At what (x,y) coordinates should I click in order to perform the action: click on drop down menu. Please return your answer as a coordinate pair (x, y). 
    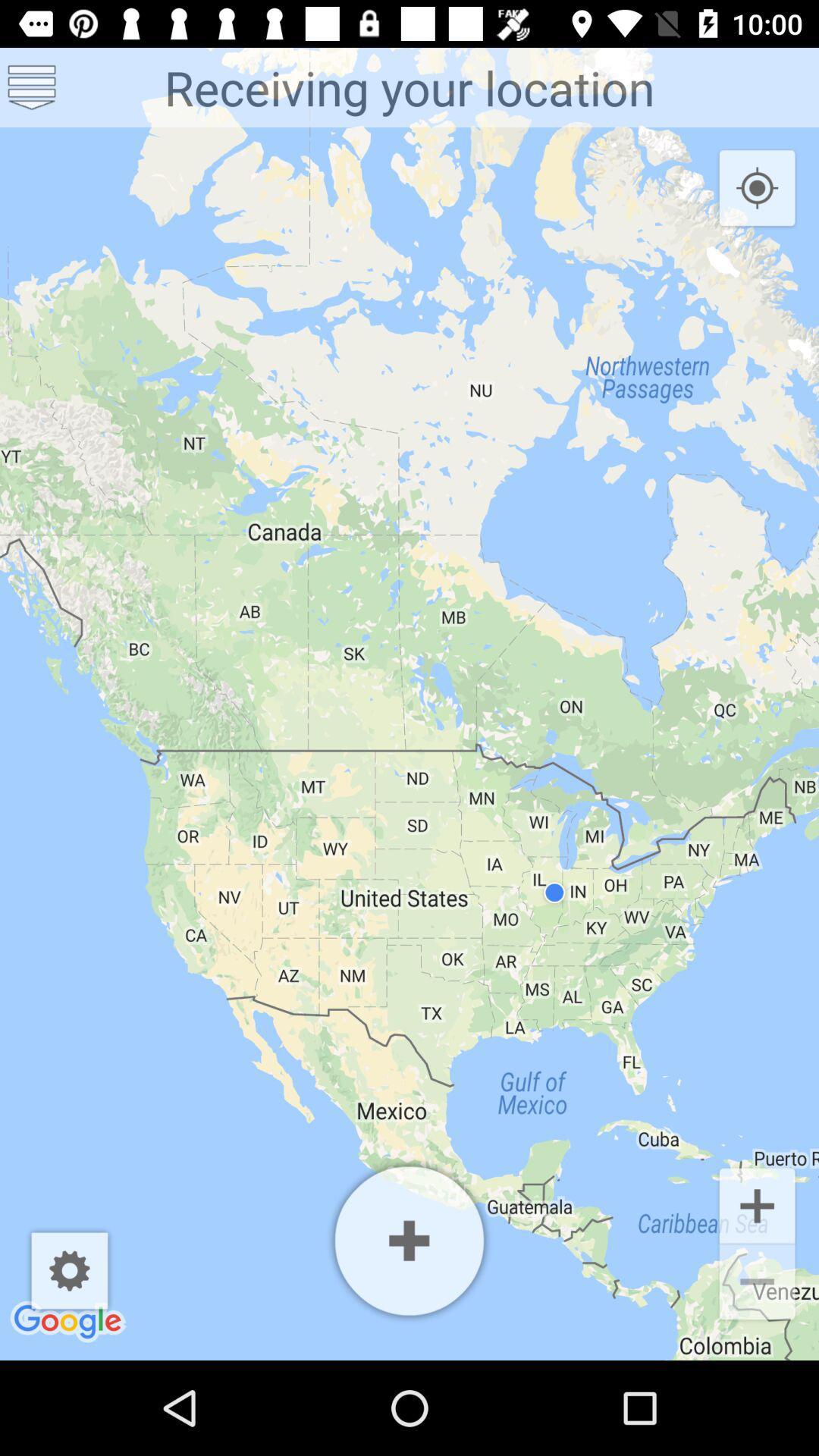
    Looking at the image, I should click on (32, 86).